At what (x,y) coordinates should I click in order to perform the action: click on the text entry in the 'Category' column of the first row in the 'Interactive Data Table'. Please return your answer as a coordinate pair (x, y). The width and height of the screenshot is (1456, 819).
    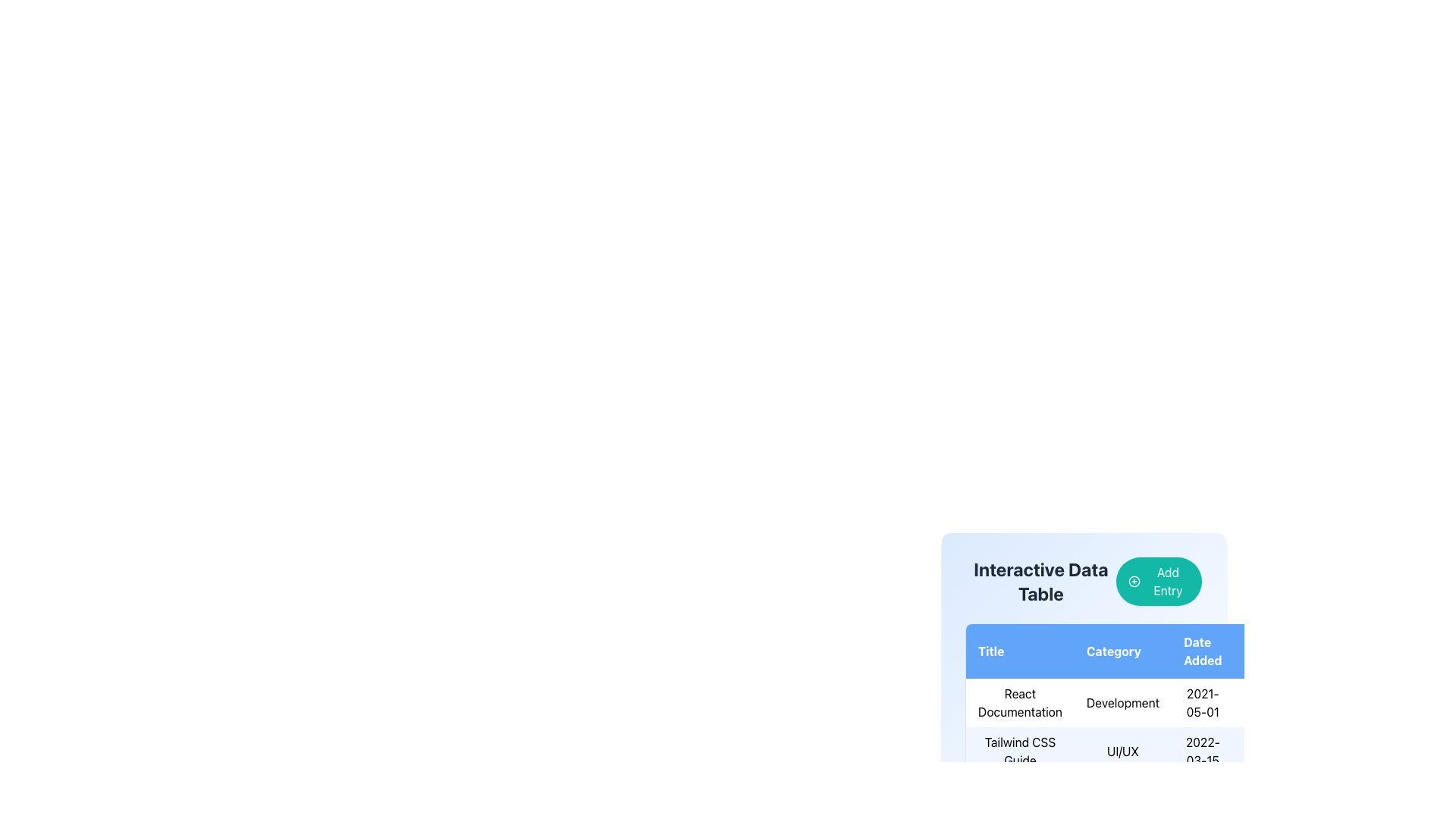
    Looking at the image, I should click on (1134, 699).